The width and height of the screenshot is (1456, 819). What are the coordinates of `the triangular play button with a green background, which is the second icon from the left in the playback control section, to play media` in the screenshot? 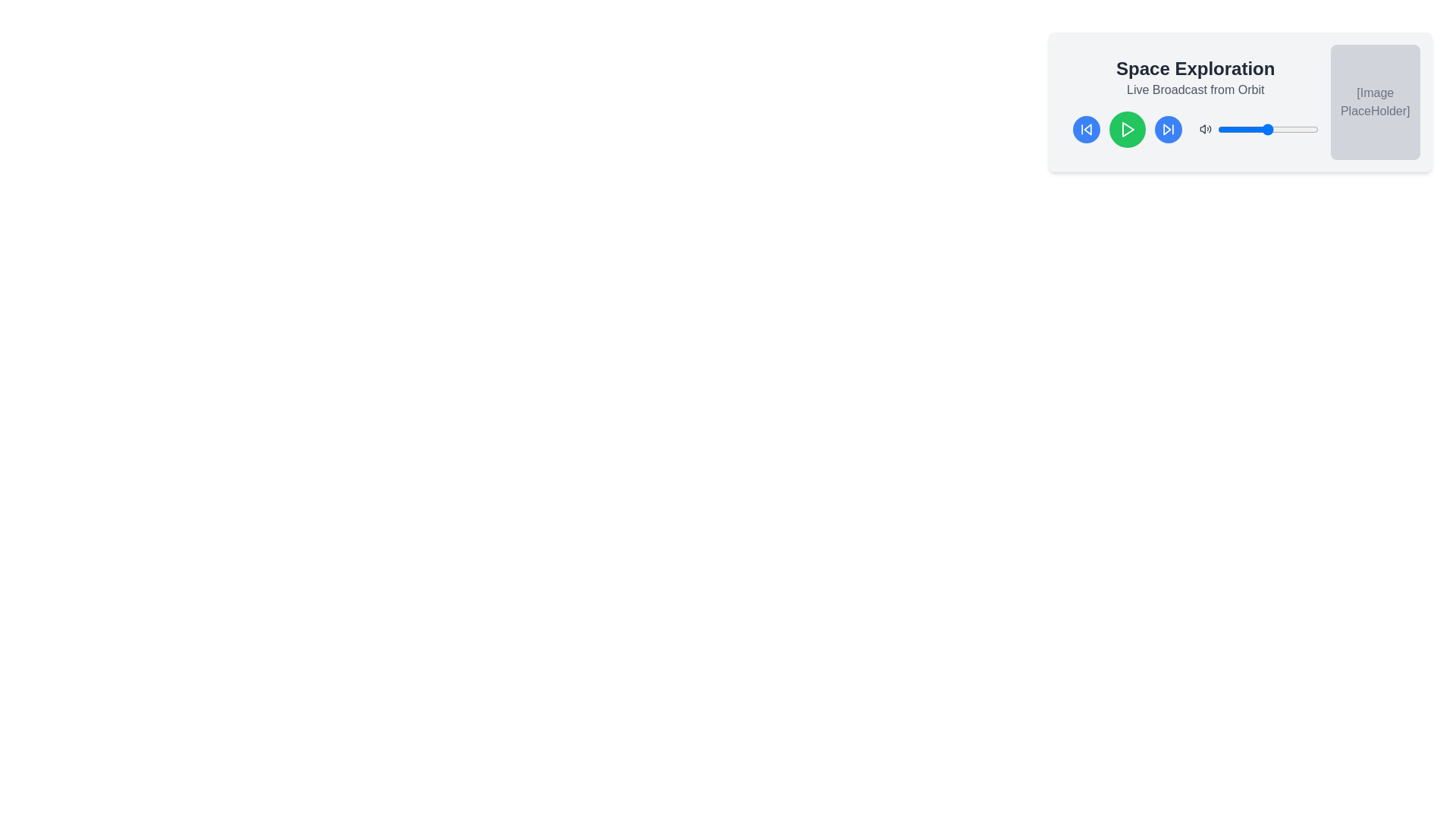 It's located at (1128, 128).